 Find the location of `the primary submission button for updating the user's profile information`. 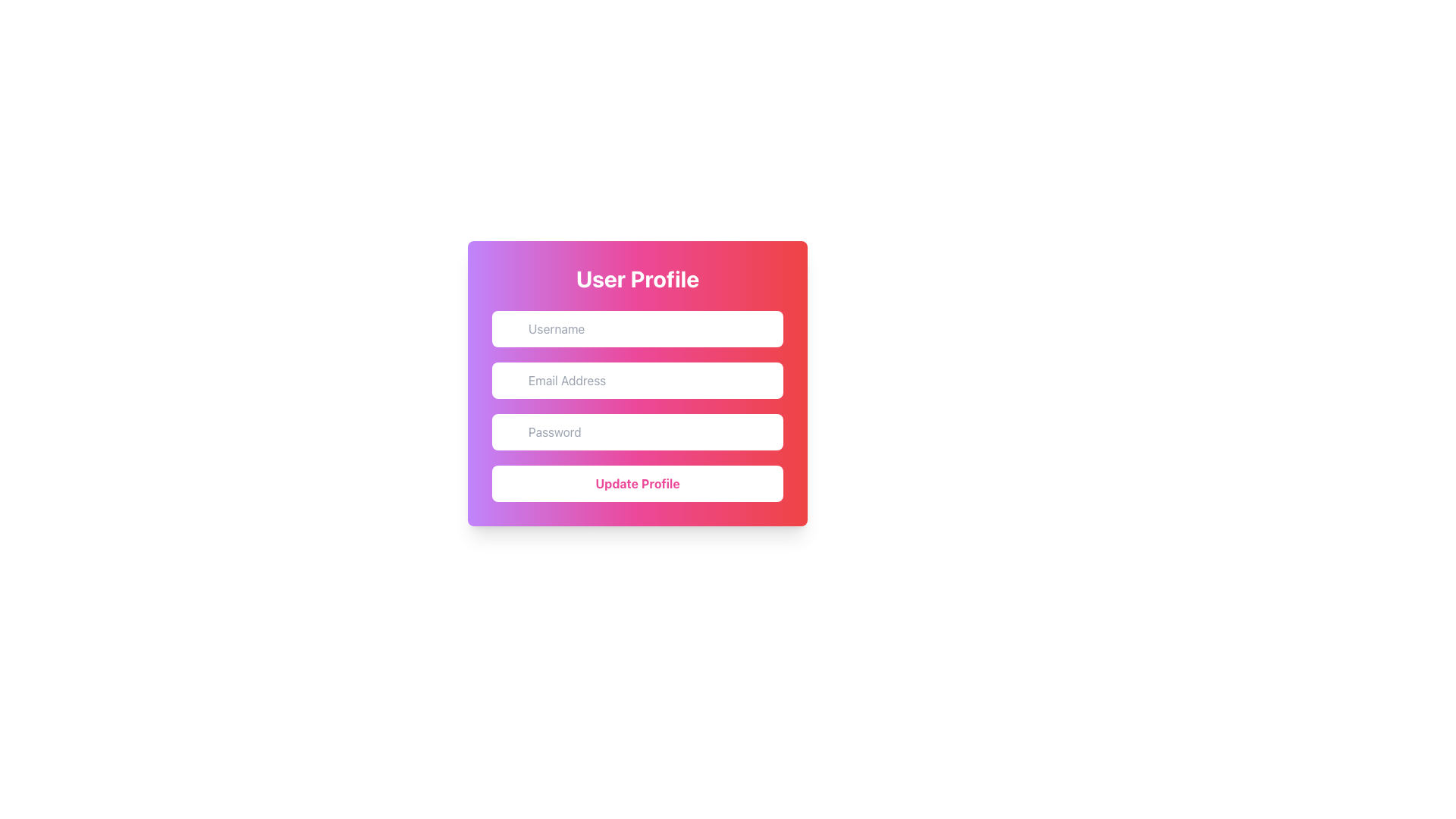

the primary submission button for updating the user's profile information is located at coordinates (637, 483).